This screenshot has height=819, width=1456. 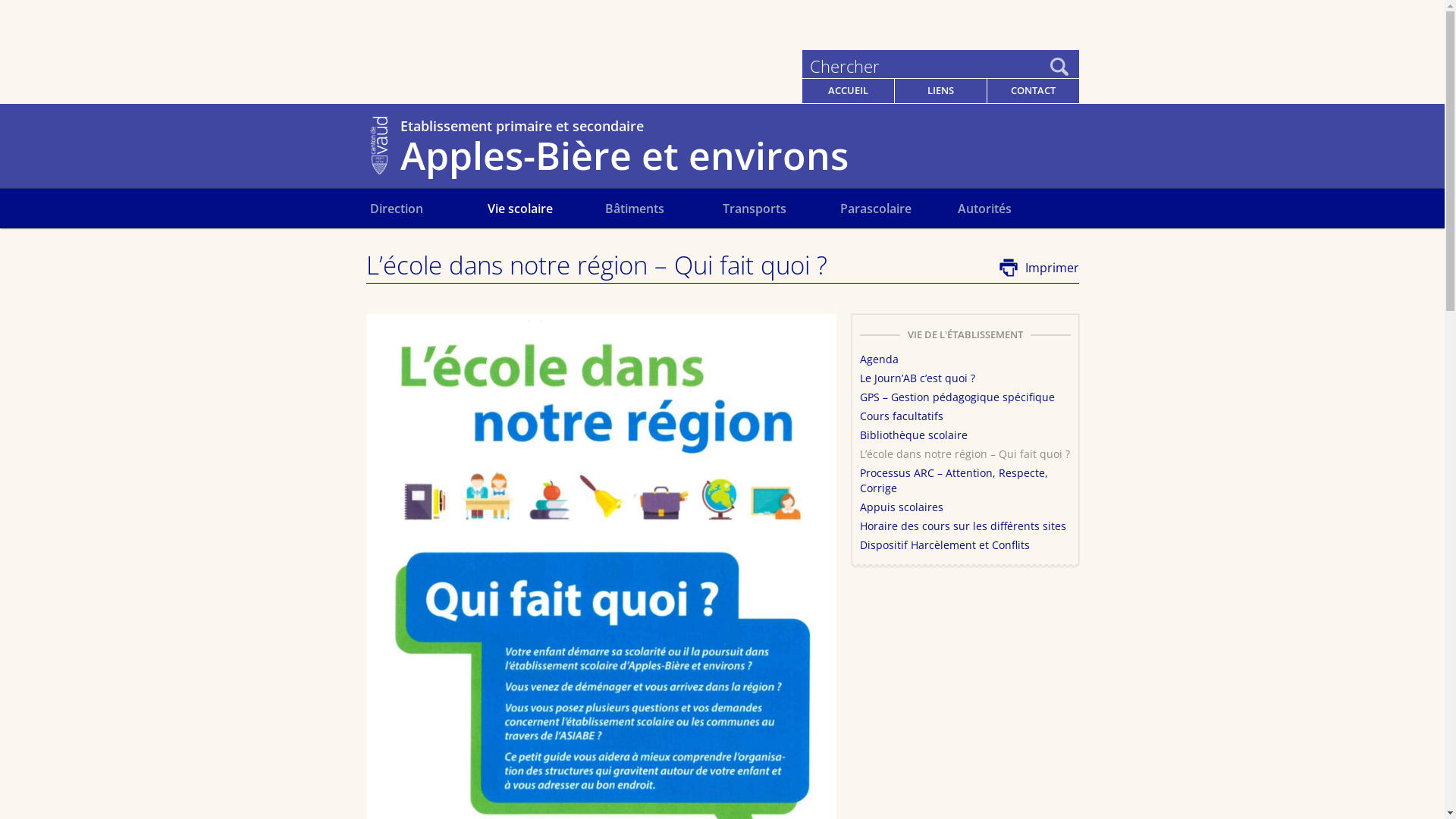 I want to click on 'CONTACT', so click(x=1032, y=90).